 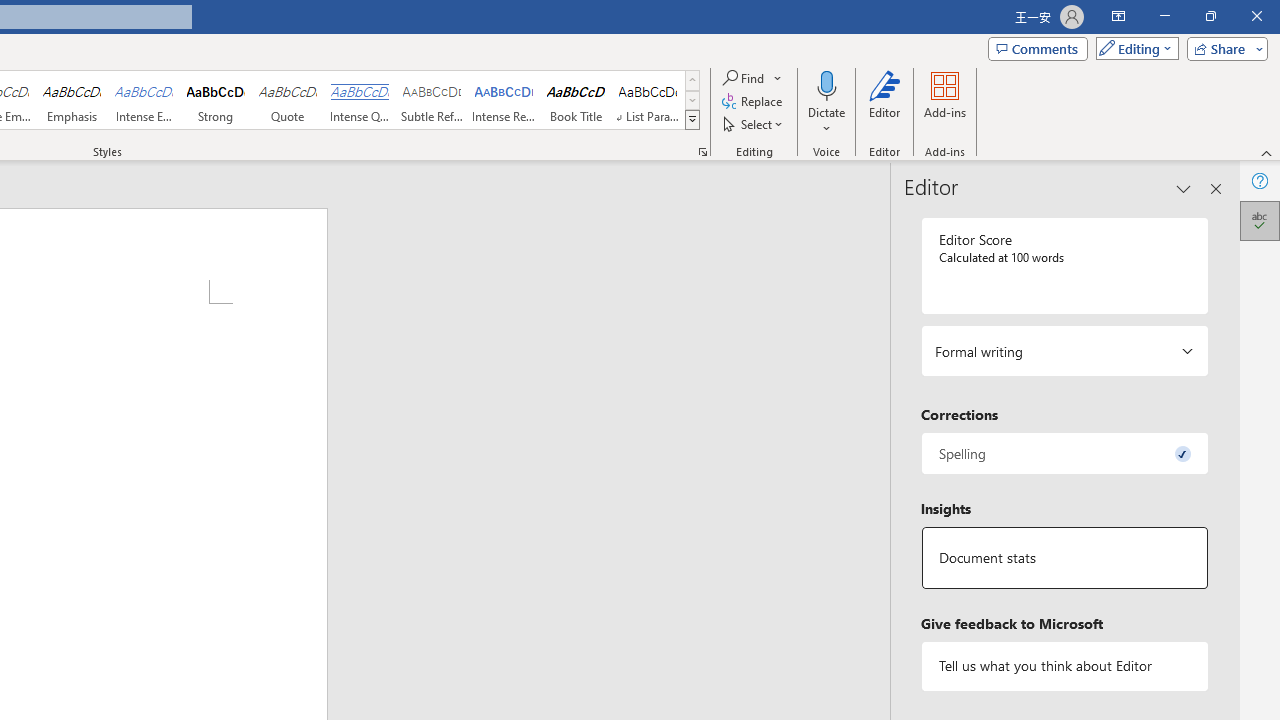 I want to click on 'Emphasis', so click(x=71, y=100).